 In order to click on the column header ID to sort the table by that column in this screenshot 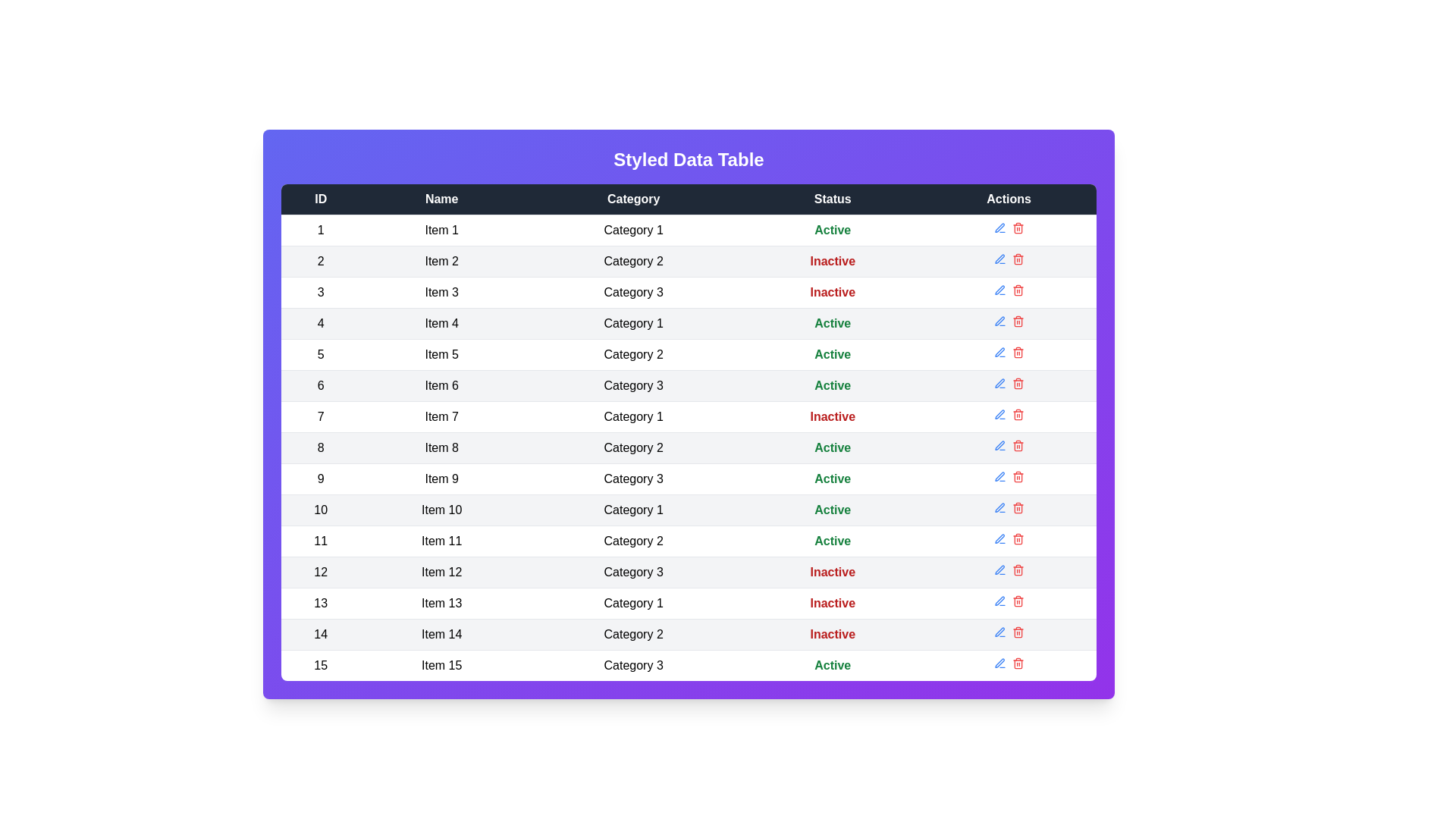, I will do `click(319, 198)`.